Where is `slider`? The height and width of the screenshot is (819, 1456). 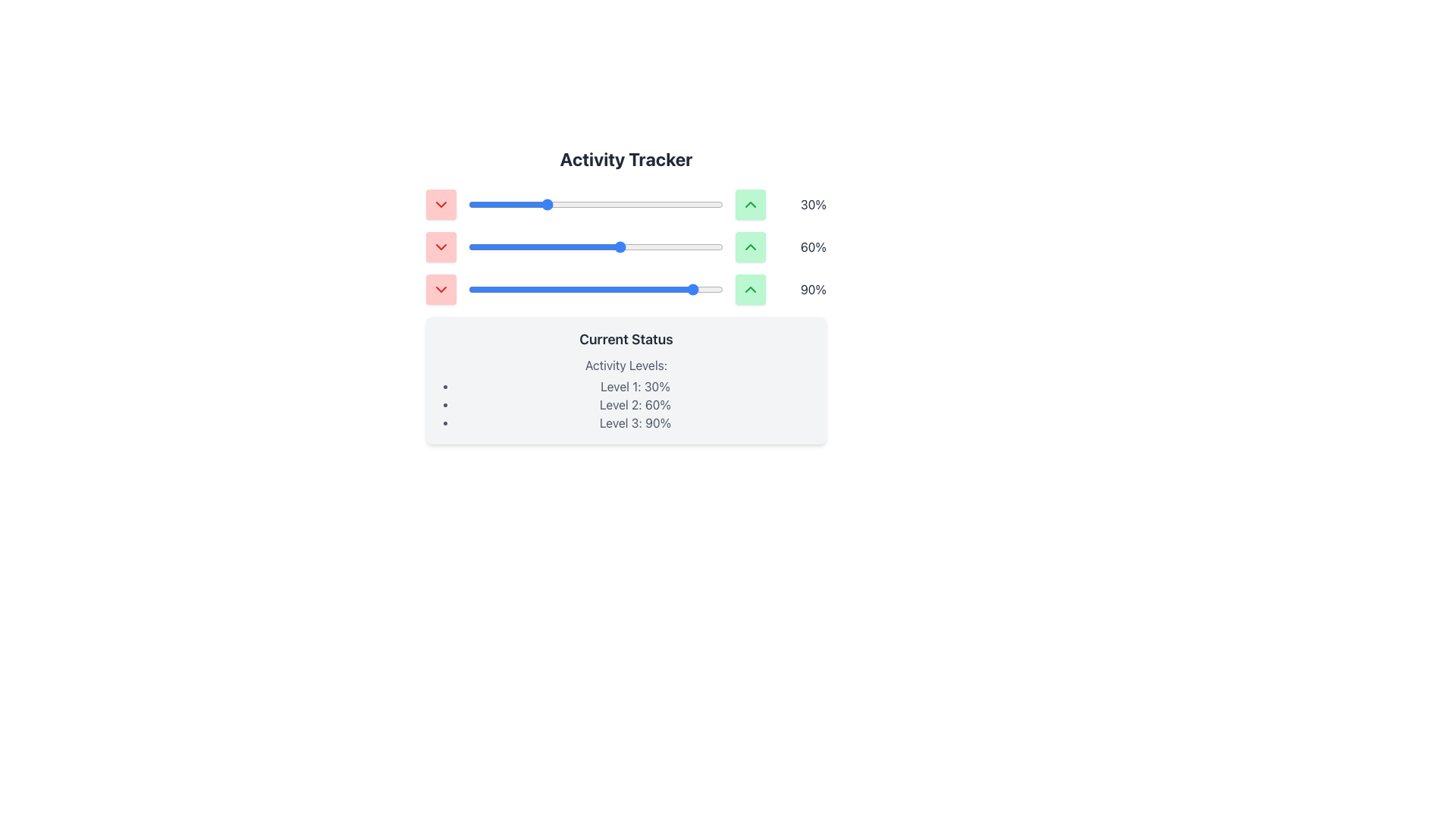 slider is located at coordinates (623, 205).